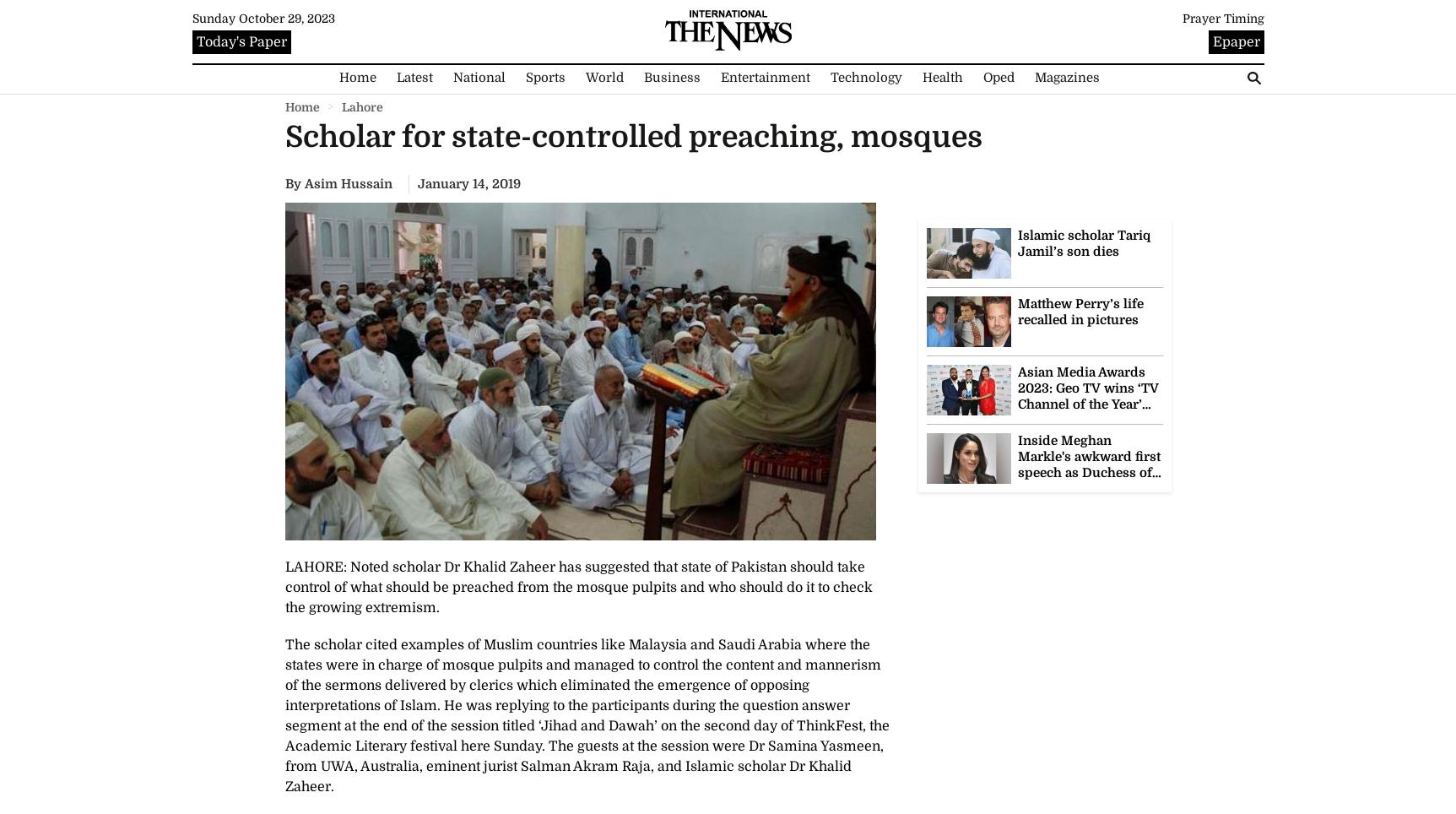 The height and width of the screenshot is (814, 1456). I want to click on 'Technology', so click(865, 76).